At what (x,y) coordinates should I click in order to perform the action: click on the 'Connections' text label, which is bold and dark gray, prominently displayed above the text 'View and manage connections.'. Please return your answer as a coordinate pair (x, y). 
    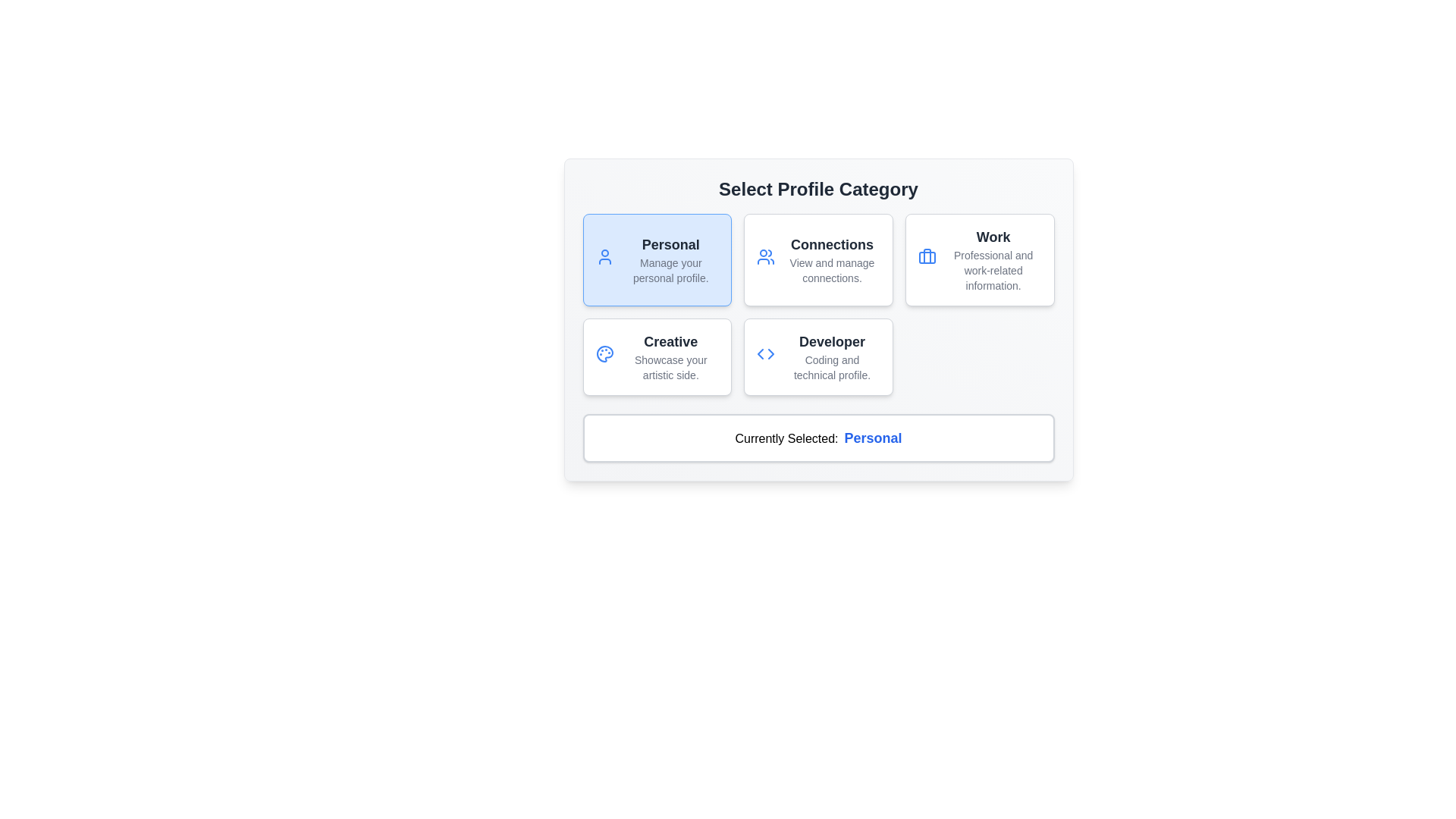
    Looking at the image, I should click on (831, 244).